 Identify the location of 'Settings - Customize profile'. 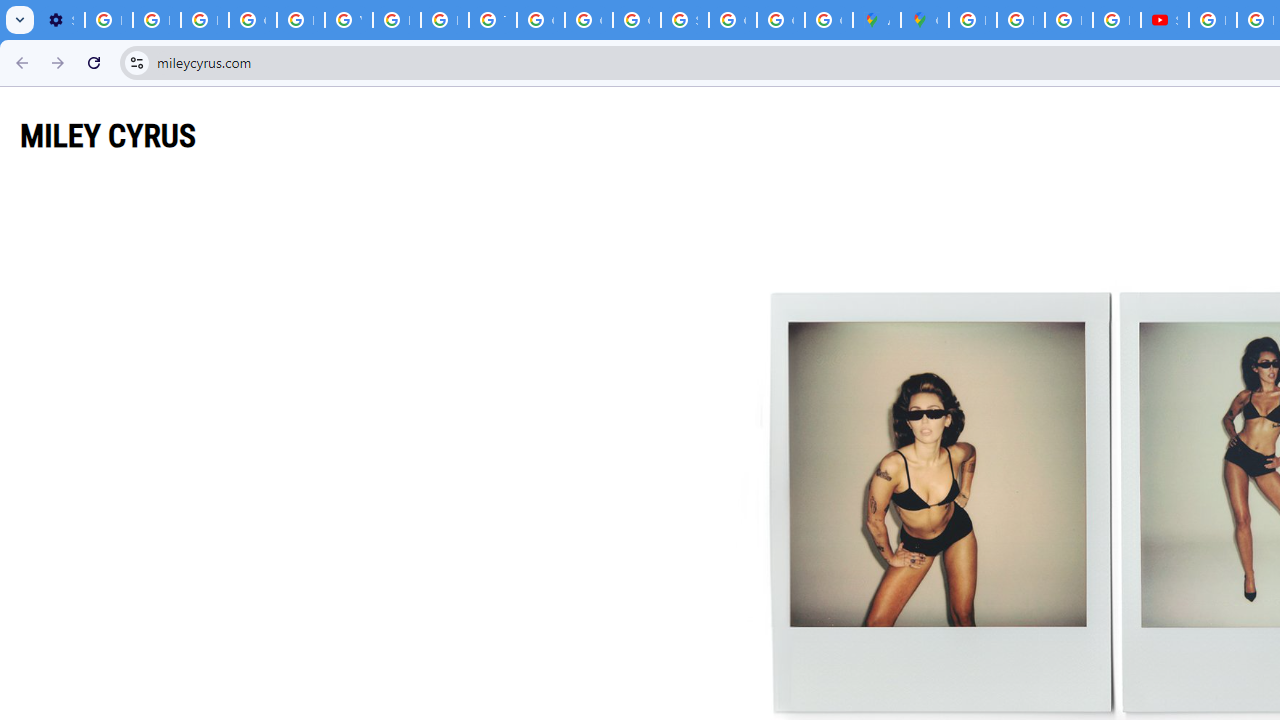
(60, 20).